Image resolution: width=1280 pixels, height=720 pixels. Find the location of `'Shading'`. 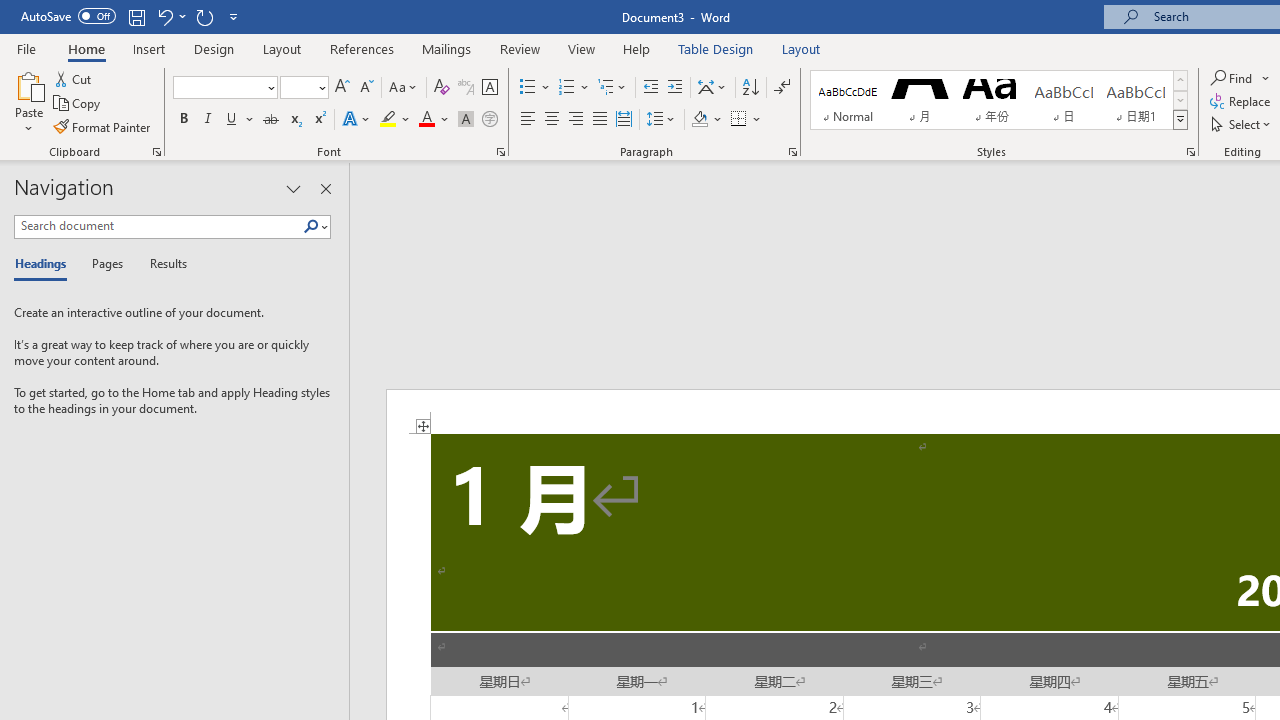

'Shading' is located at coordinates (707, 119).